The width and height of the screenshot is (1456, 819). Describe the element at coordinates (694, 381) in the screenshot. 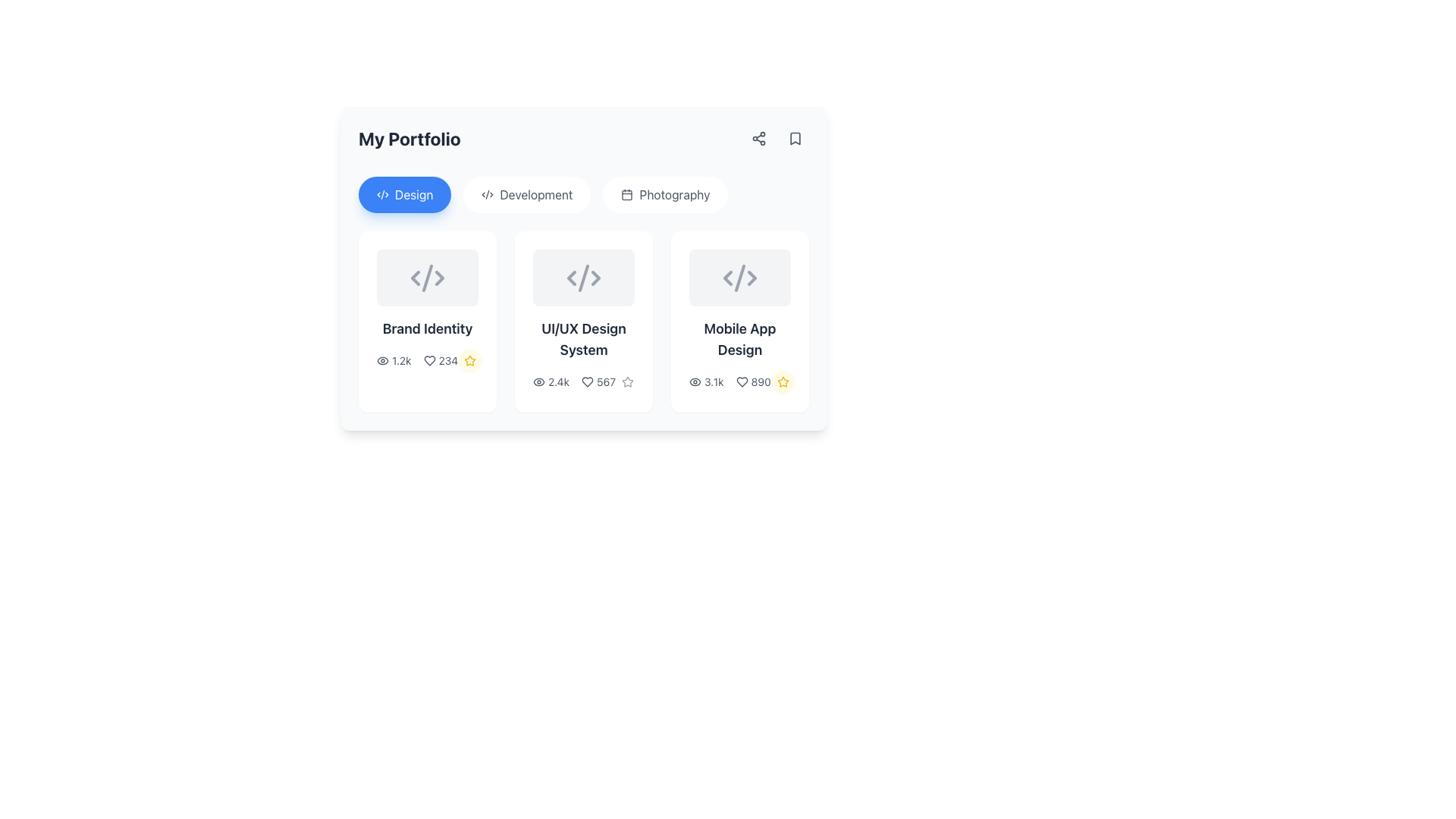

I see `SVG properties of the eye icon element, which is part of an SVG graphic located at the center of the 24x24 viewport` at that location.